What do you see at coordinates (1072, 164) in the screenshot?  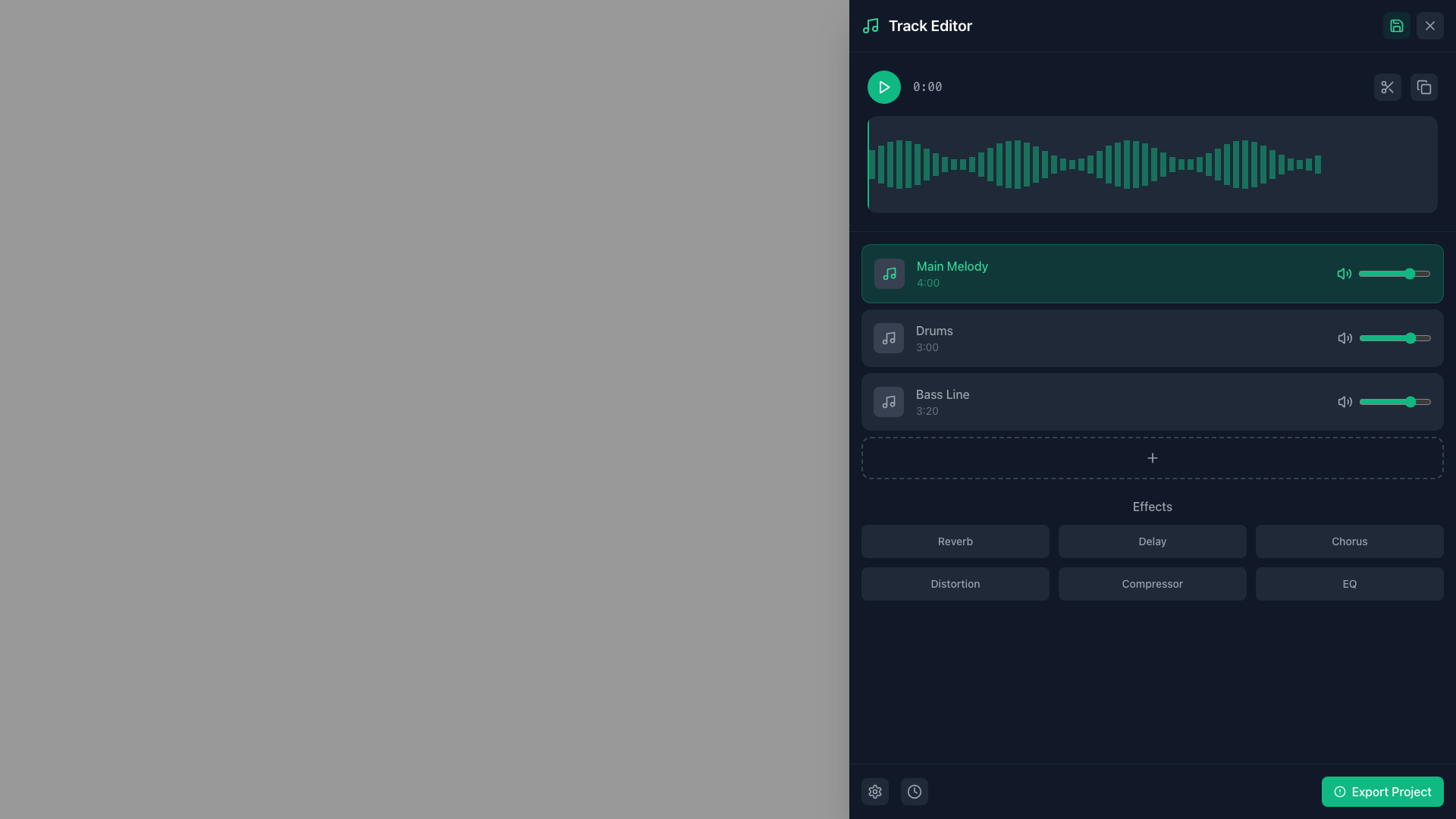 I see `the detail of the graphical waveform segment, a thin vertical emerald green bar located at the 24th position within the waveform visualization` at bounding box center [1072, 164].